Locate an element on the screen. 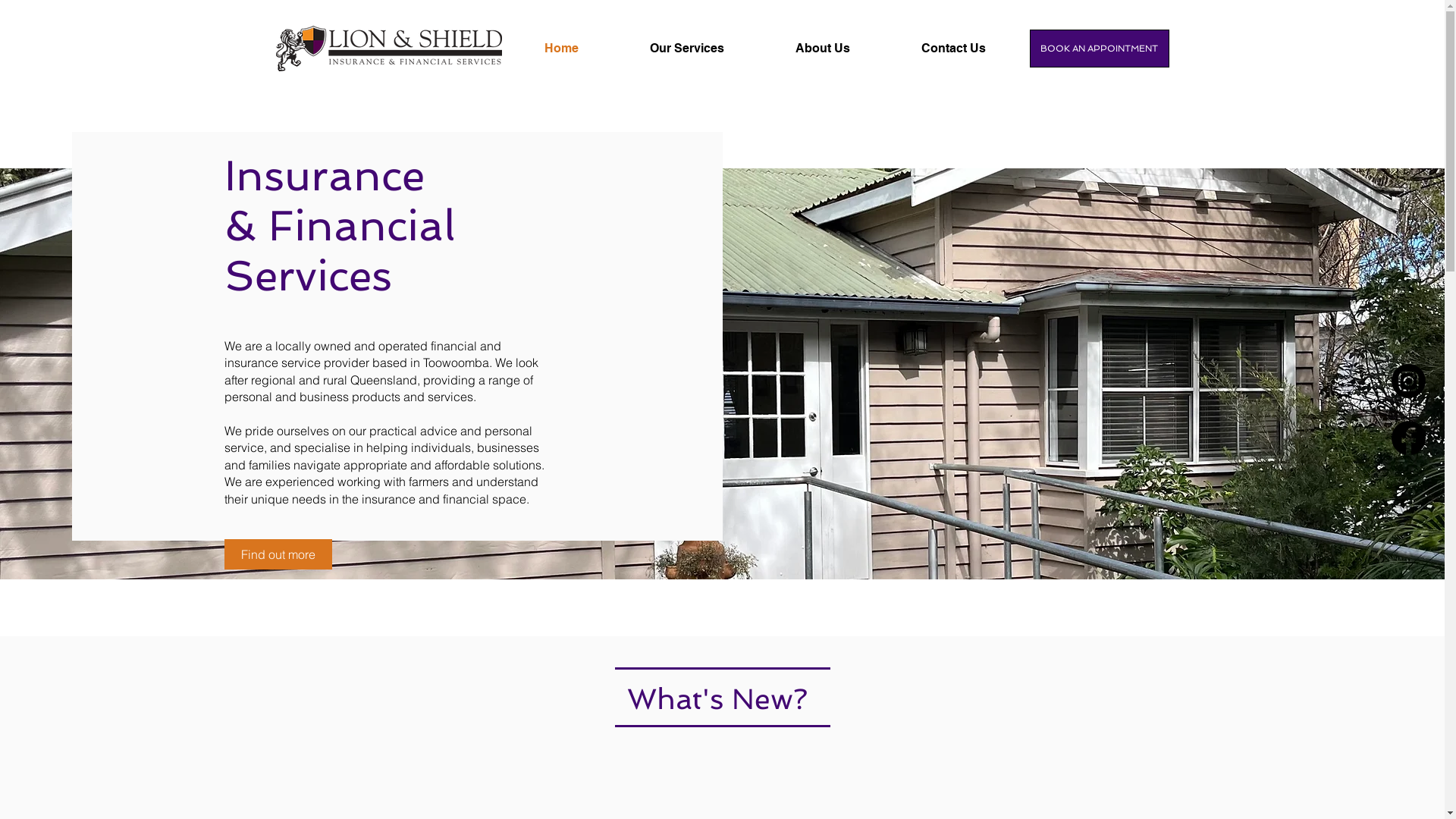 This screenshot has width=1456, height=819. 'Our Services' is located at coordinates (710, 48).